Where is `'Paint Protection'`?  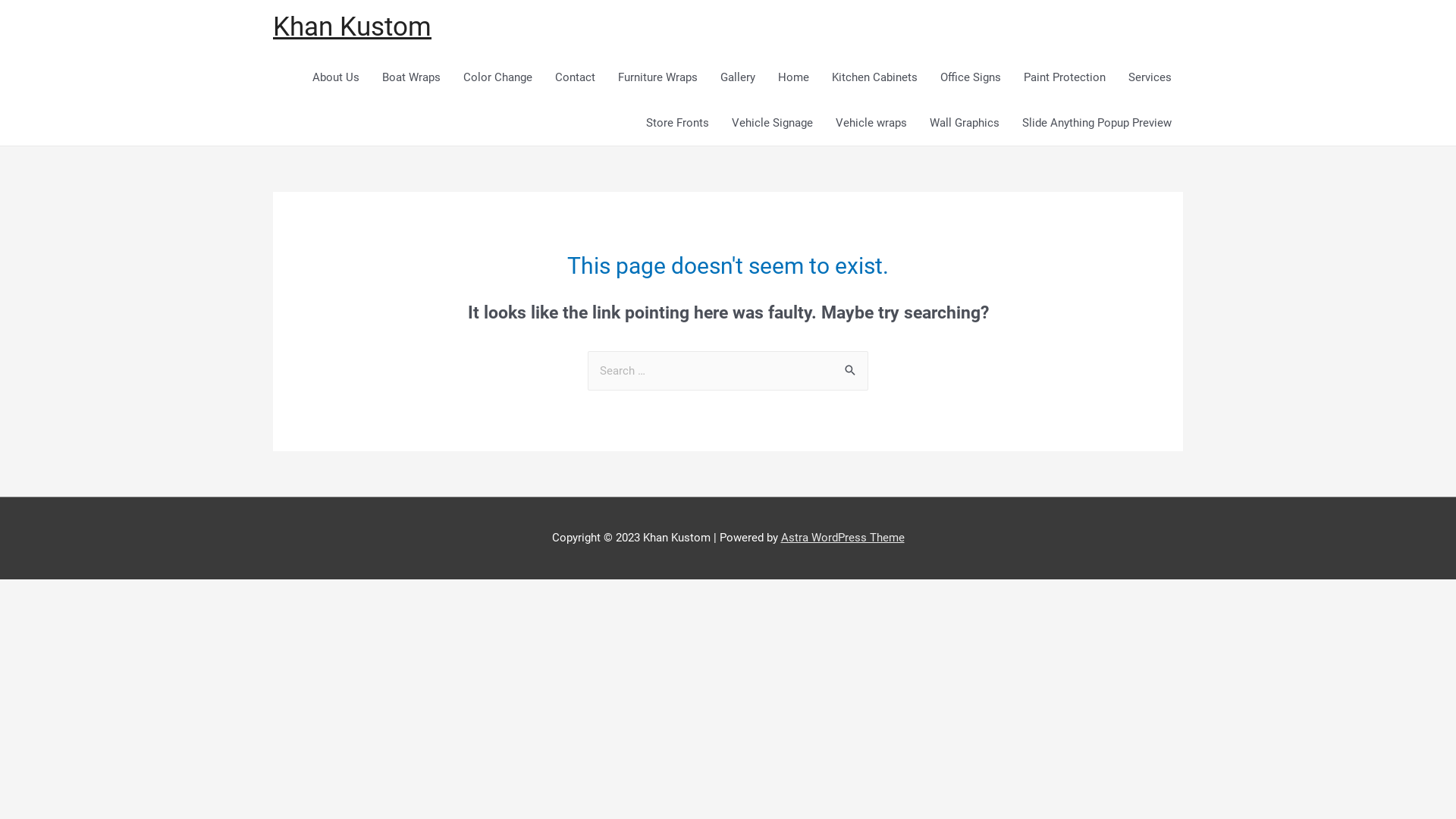
'Paint Protection' is located at coordinates (1012, 77).